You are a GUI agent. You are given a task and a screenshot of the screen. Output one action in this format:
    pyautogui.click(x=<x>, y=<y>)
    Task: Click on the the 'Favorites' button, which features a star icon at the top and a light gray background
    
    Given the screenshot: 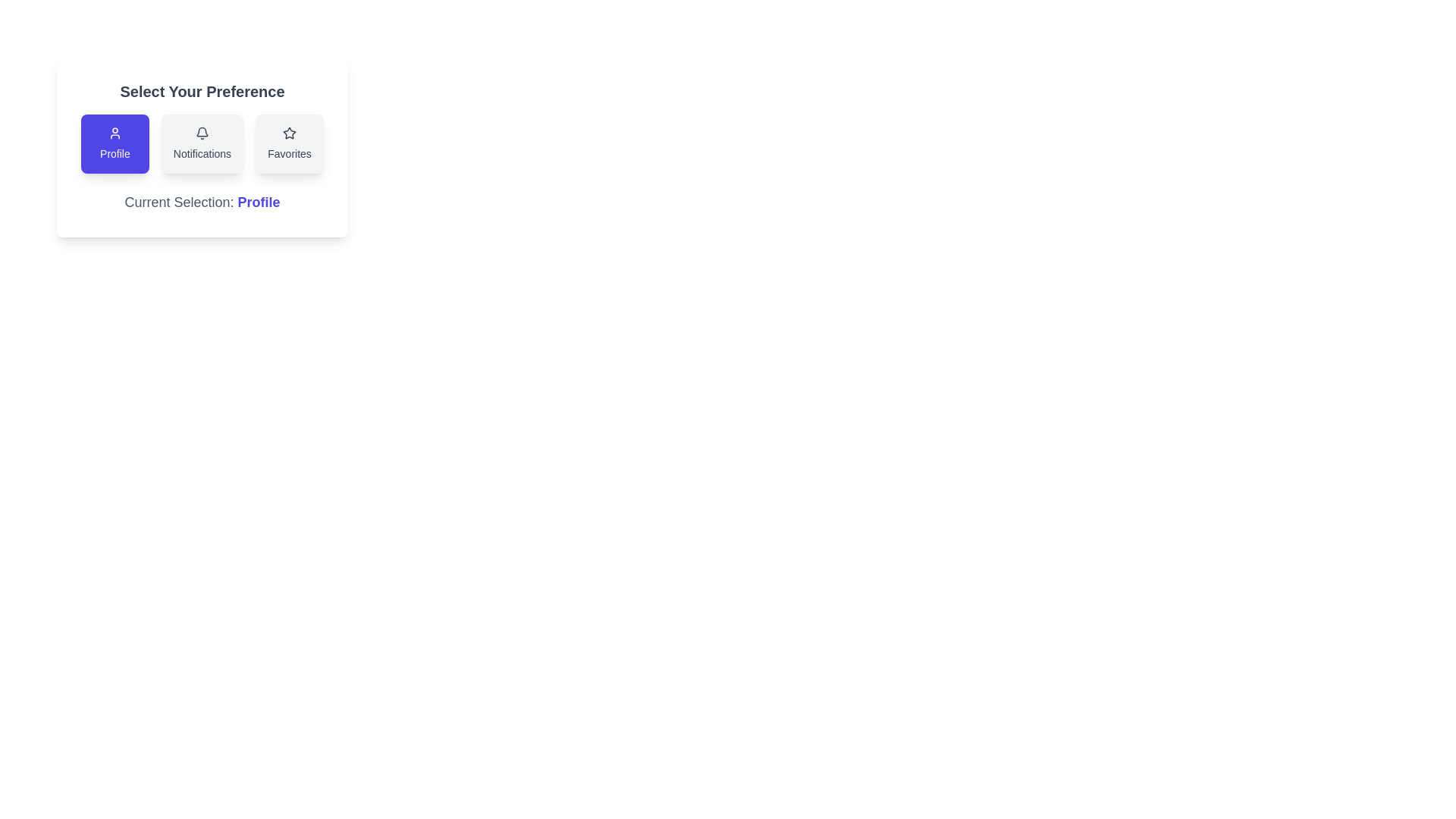 What is the action you would take?
    pyautogui.click(x=290, y=143)
    